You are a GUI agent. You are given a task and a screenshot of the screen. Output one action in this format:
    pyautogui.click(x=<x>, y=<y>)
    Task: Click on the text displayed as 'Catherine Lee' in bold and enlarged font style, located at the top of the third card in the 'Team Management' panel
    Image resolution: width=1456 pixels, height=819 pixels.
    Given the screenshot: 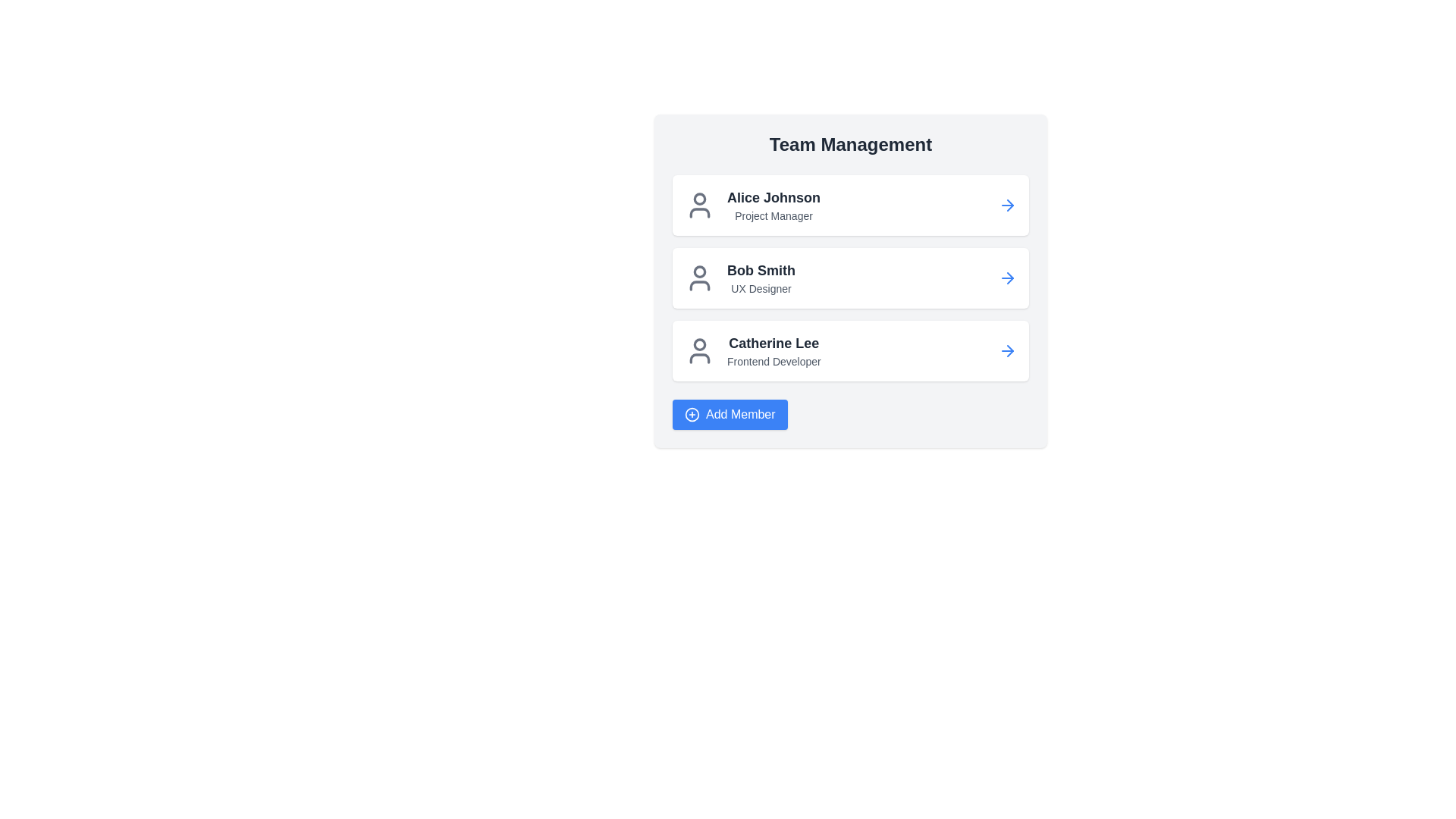 What is the action you would take?
    pyautogui.click(x=773, y=343)
    